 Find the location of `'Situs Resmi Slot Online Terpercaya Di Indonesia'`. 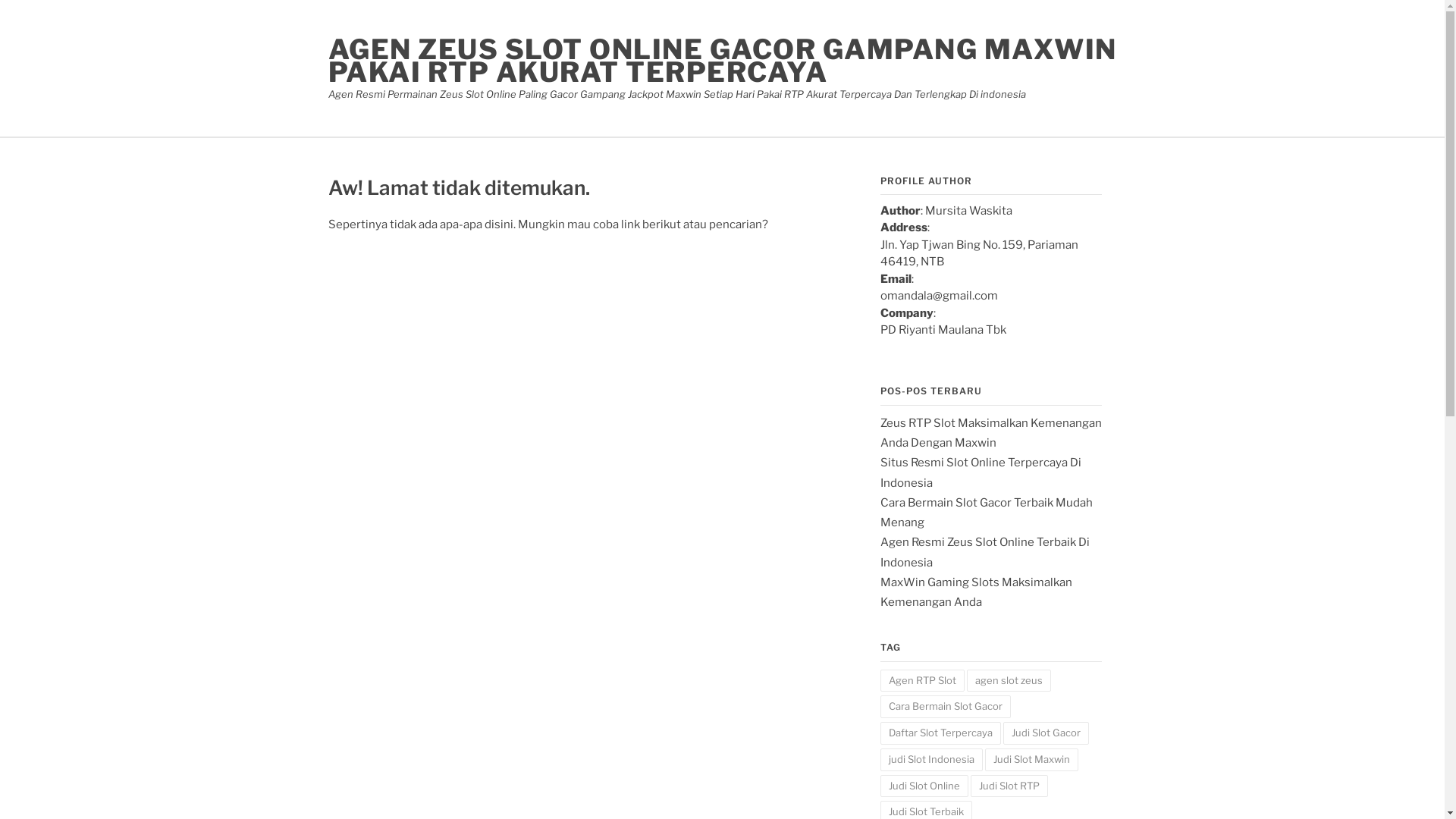

'Situs Resmi Slot Online Terpercaya Di Indonesia' is located at coordinates (980, 472).